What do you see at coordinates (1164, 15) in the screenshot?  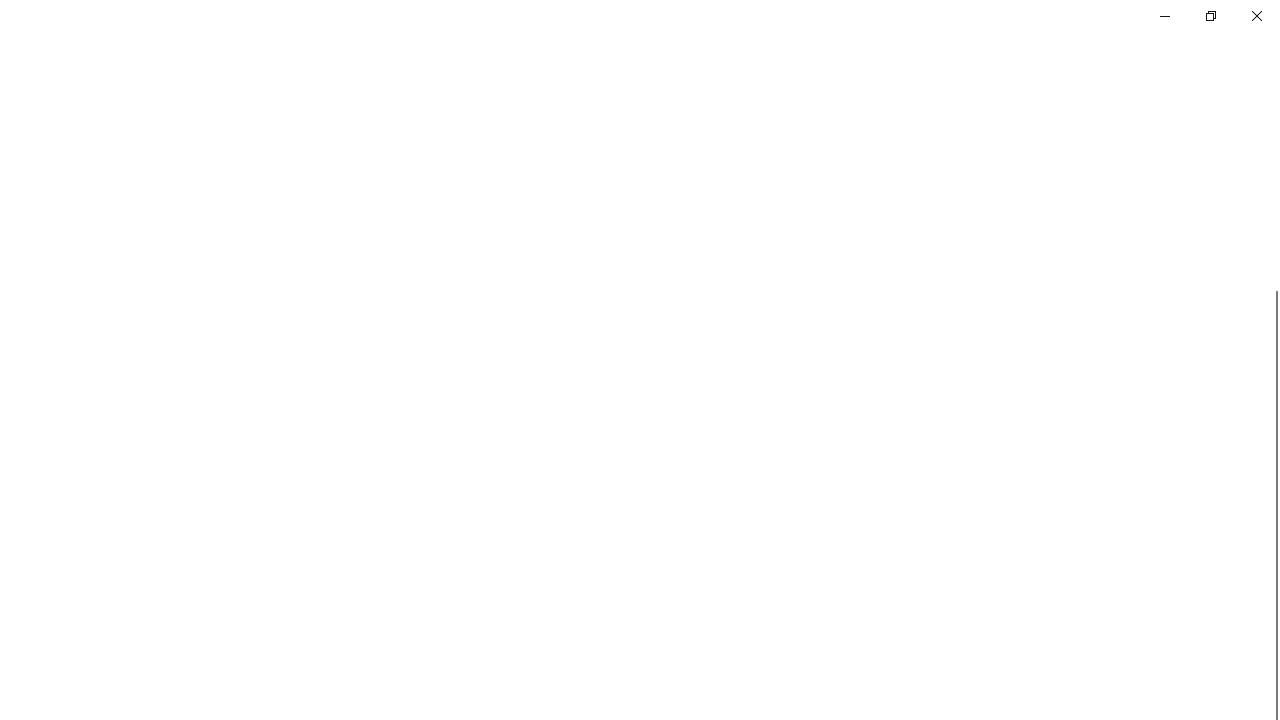 I see `'Minimize Settings'` at bounding box center [1164, 15].